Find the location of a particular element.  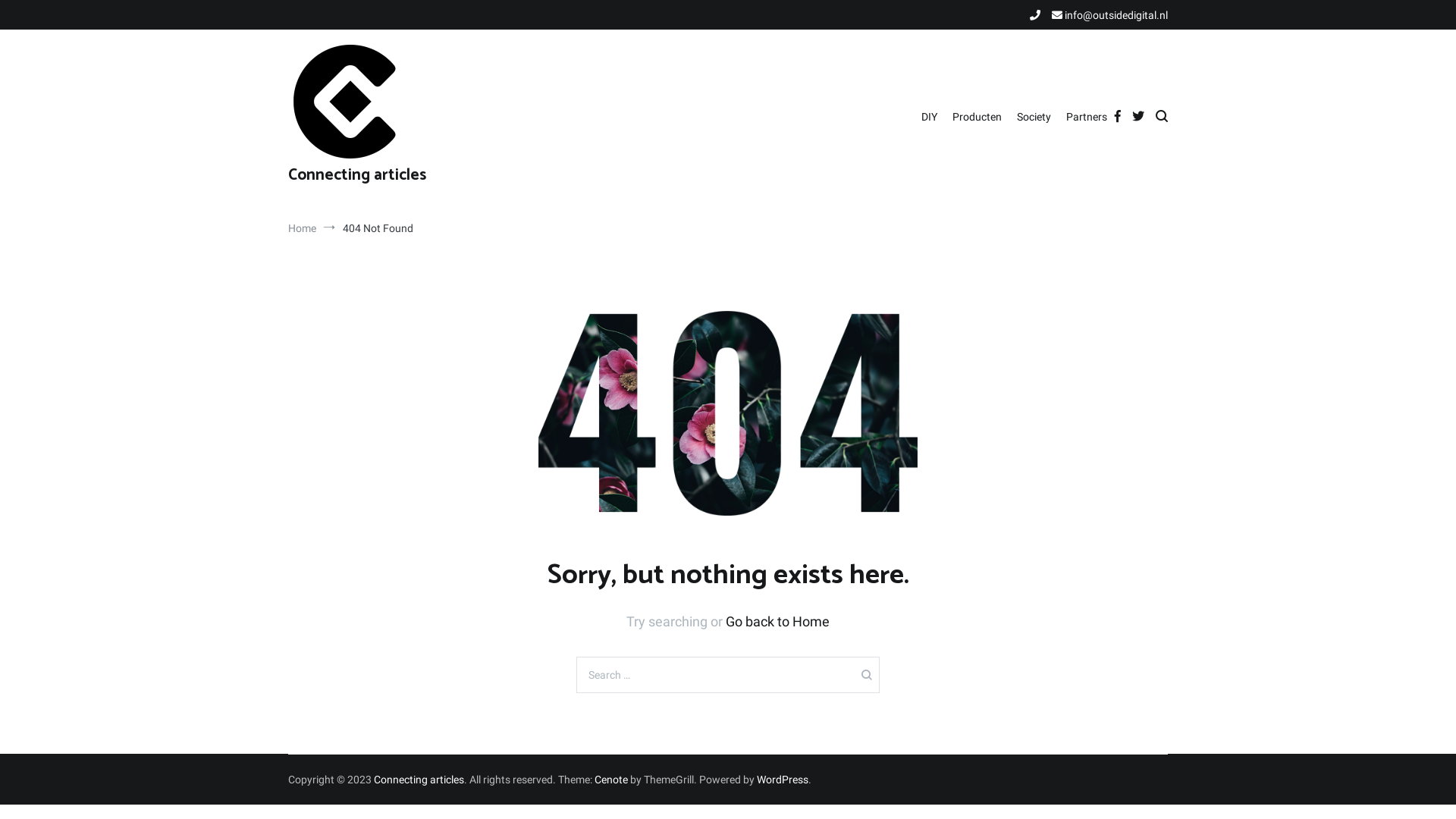

'WordPress' is located at coordinates (757, 780).